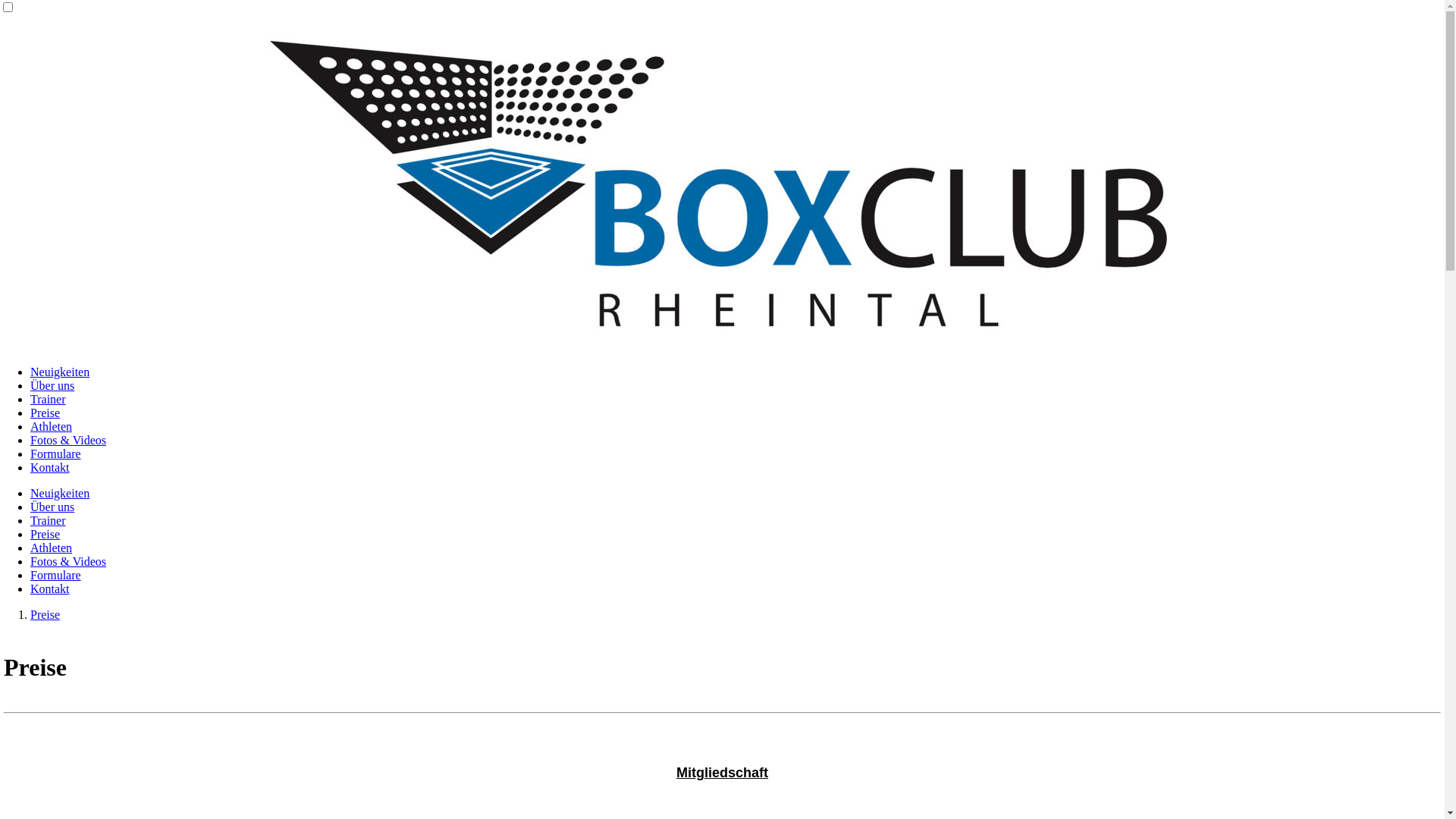 This screenshot has height=819, width=1456. I want to click on 'Fotos & Videos', so click(67, 440).